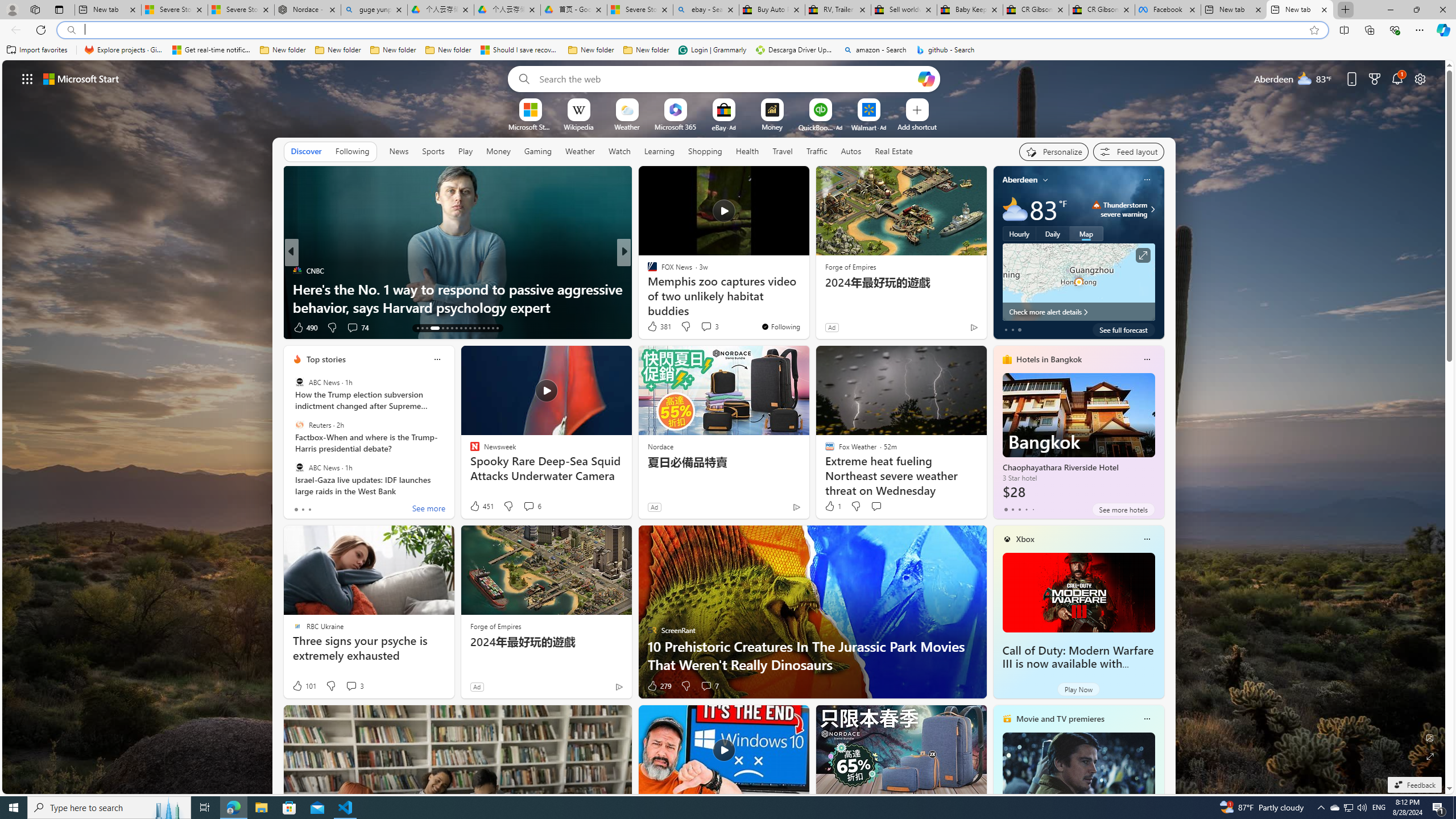 This screenshot has width=1456, height=819. I want to click on 'AutomationID: tab-24', so click(474, 328).